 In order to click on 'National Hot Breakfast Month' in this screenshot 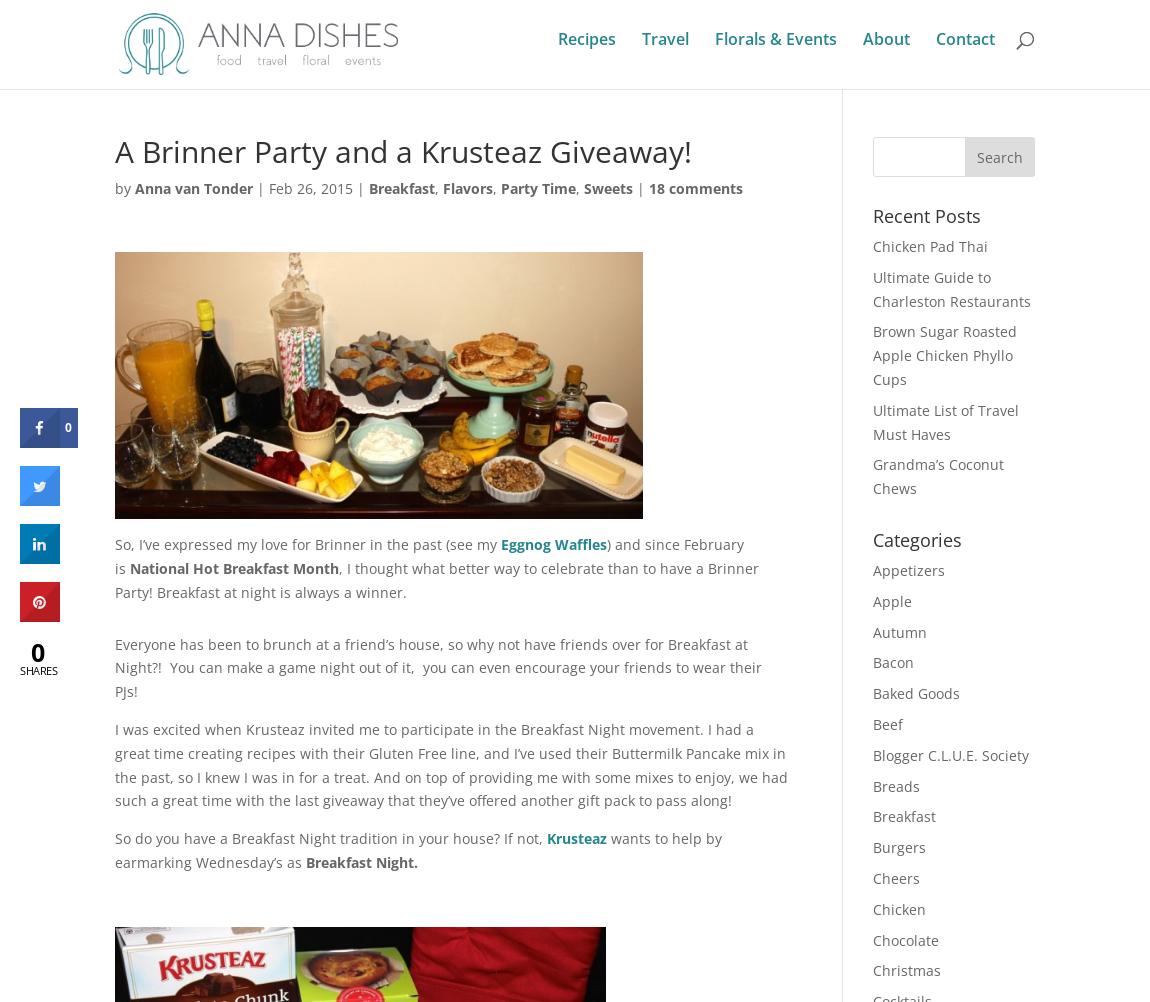, I will do `click(233, 568)`.